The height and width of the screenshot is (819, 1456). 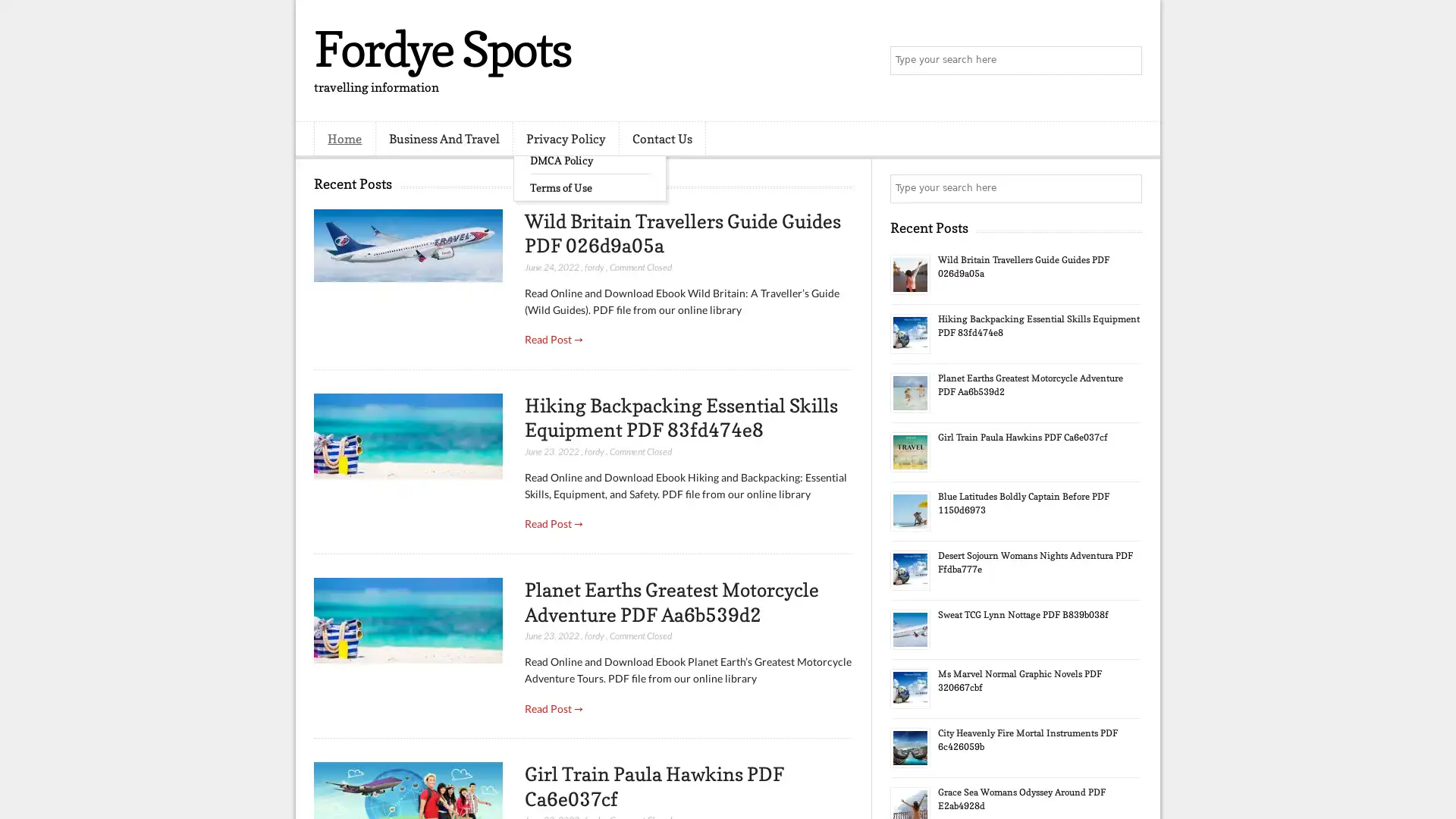 I want to click on Search, so click(x=1126, y=188).